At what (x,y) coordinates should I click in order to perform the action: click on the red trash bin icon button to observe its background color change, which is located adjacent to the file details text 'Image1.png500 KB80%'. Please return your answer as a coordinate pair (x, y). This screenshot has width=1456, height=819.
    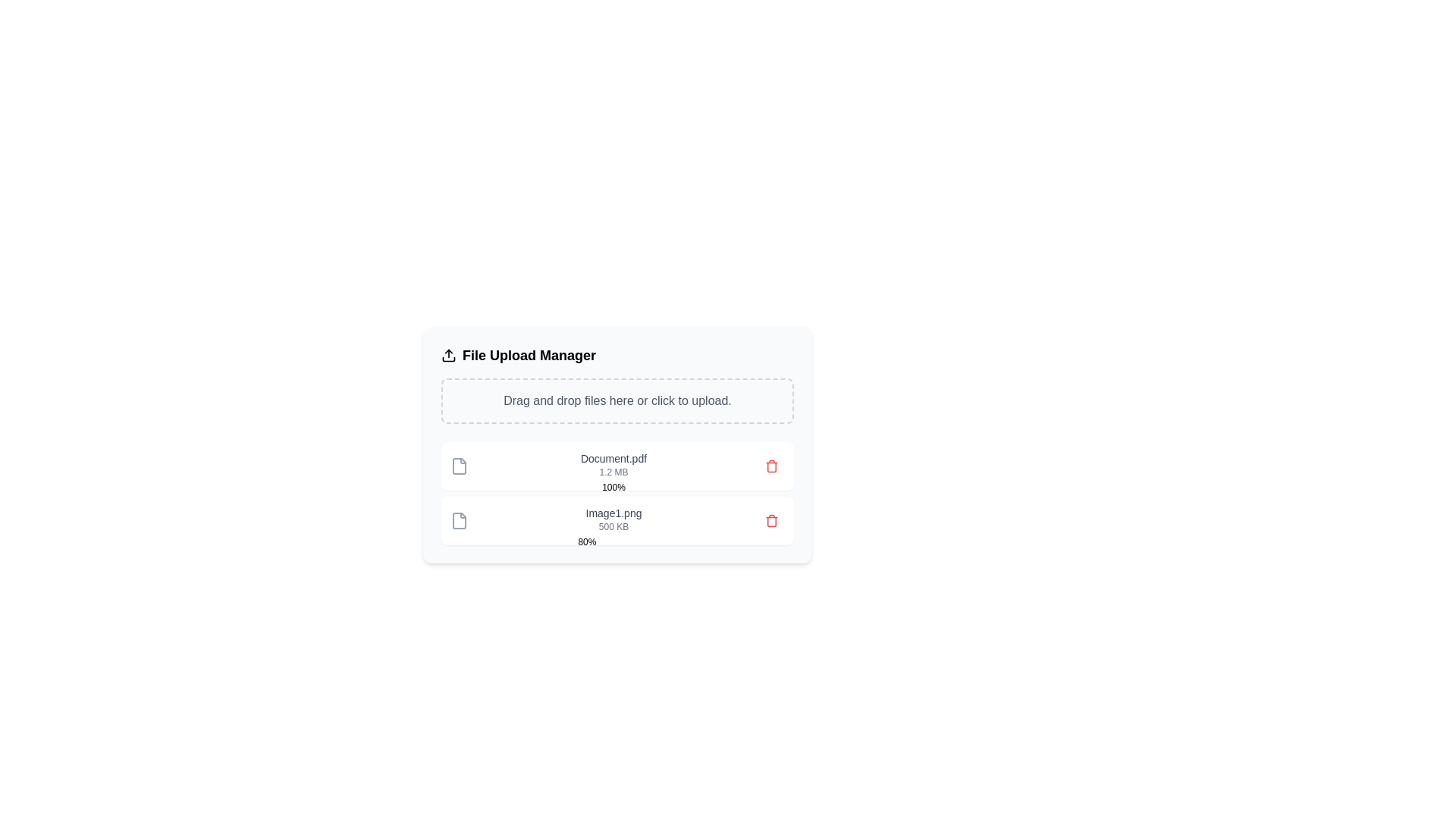
    Looking at the image, I should click on (771, 519).